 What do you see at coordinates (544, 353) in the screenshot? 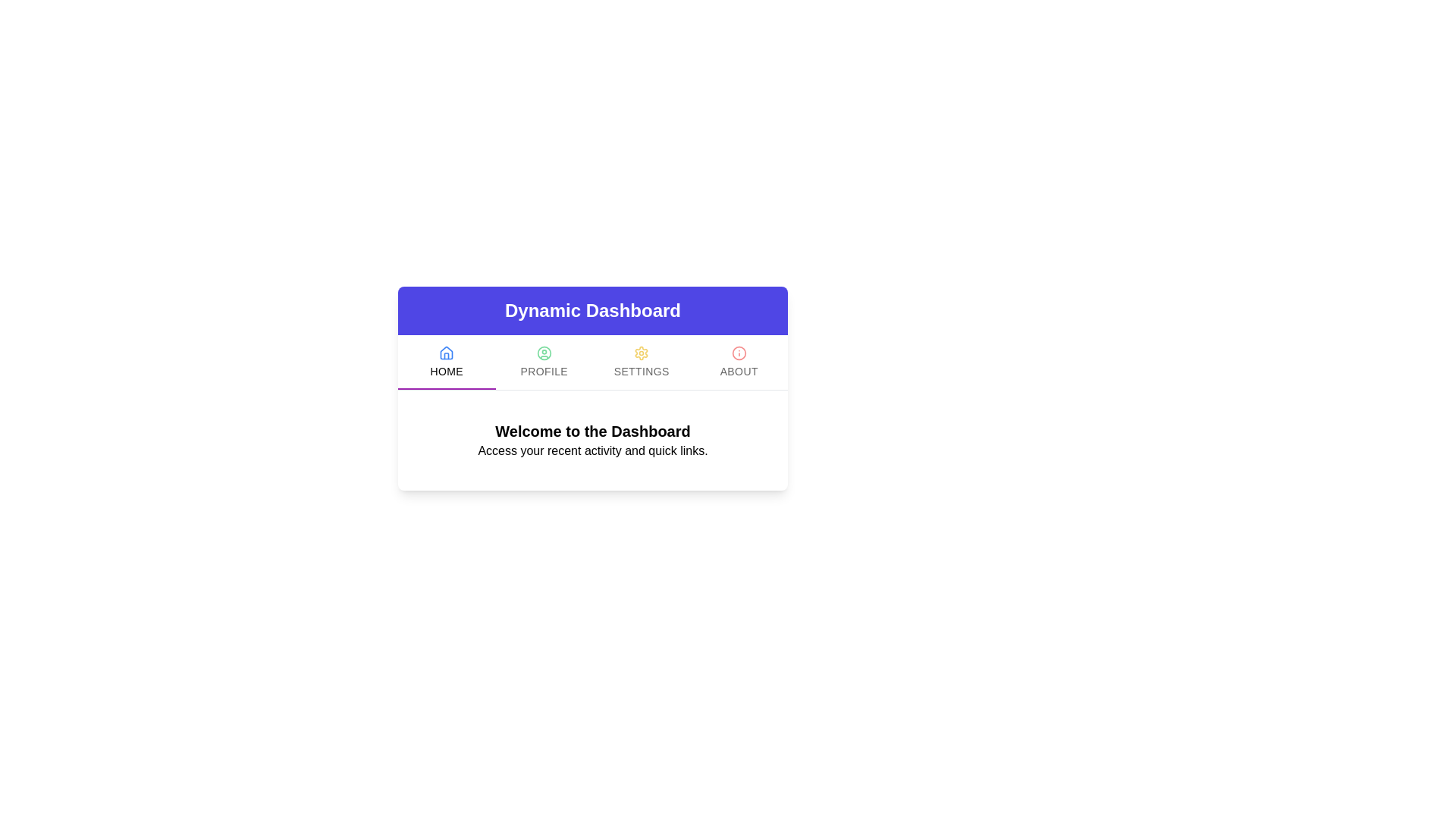
I see `the circular green profile icon located in the second position from the left in the top navigation of the interface as a visual cue` at bounding box center [544, 353].